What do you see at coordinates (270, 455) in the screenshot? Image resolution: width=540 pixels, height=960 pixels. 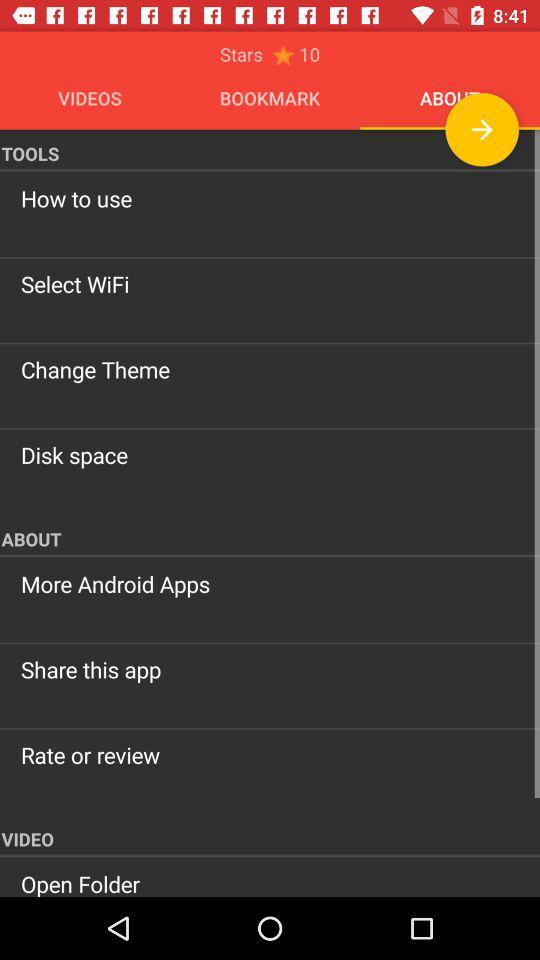 I see `the disk space icon` at bounding box center [270, 455].